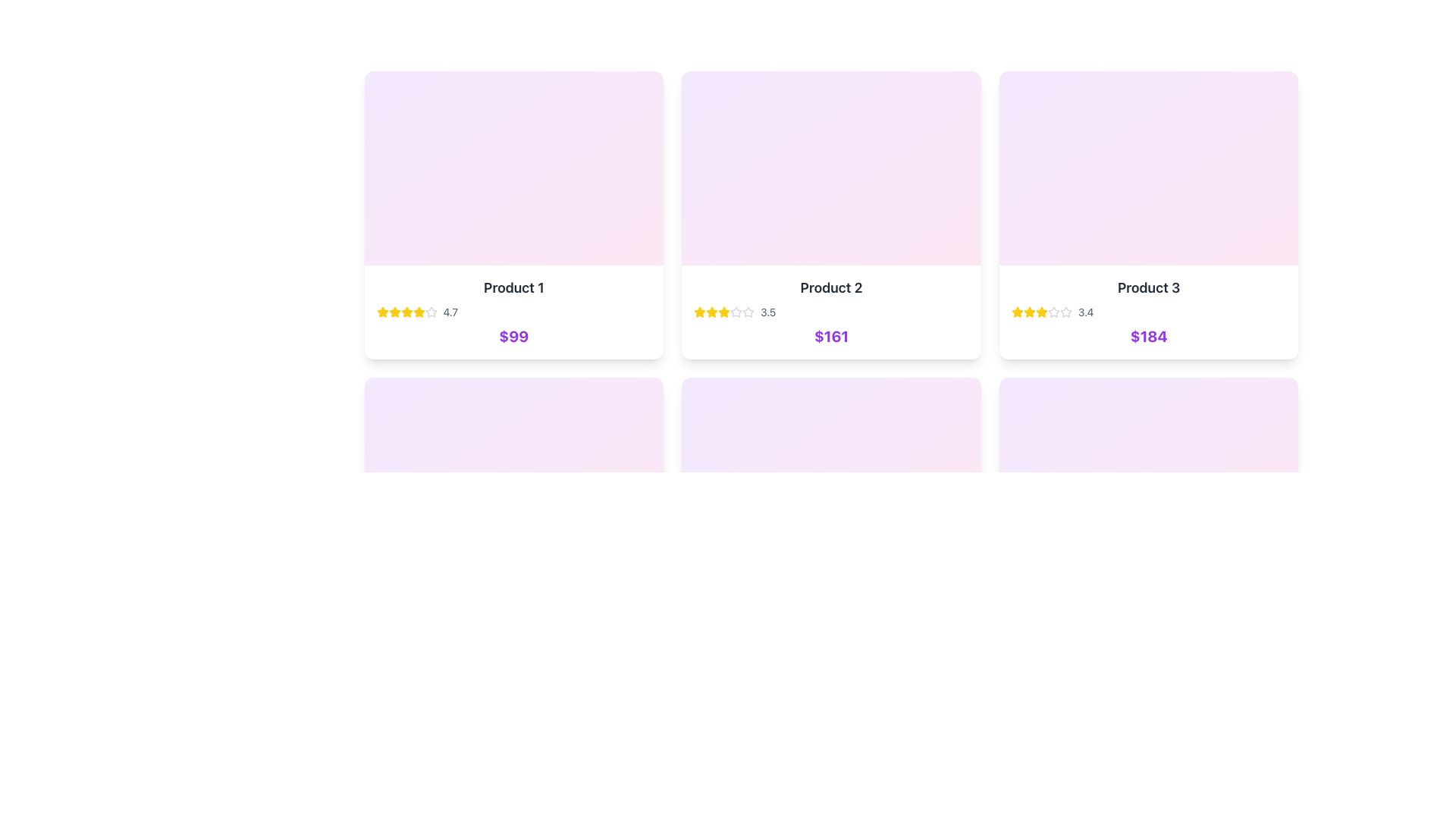 The height and width of the screenshot is (819, 1456). What do you see at coordinates (1040, 311) in the screenshot?
I see `the second star icon in the rating section of the 'Product 3' card, which is a five-pointed yellow star with a filled center` at bounding box center [1040, 311].